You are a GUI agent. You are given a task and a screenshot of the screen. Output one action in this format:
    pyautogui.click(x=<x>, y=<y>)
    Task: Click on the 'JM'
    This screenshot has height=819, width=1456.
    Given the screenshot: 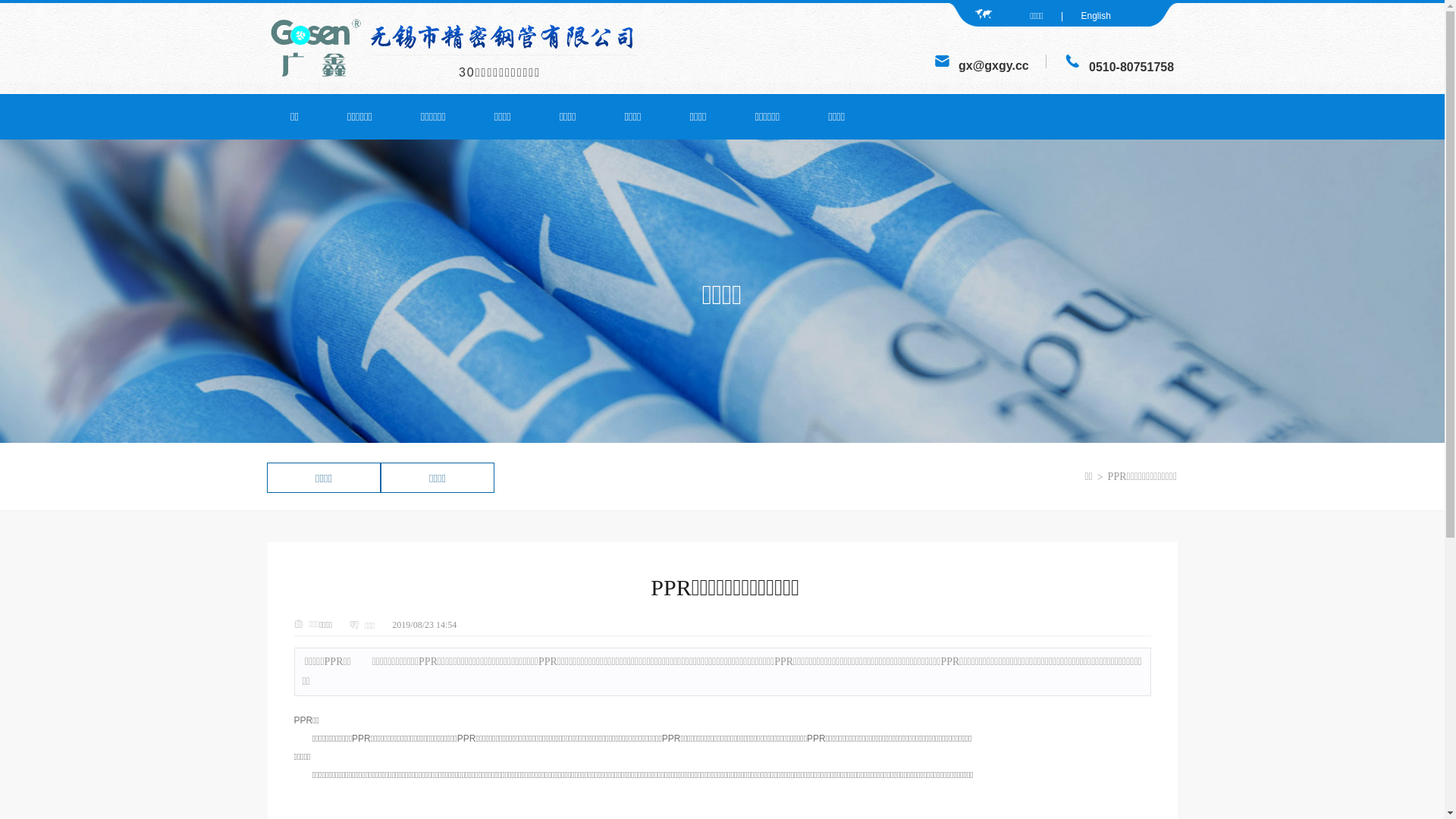 What is the action you would take?
    pyautogui.click(x=314, y=48)
    